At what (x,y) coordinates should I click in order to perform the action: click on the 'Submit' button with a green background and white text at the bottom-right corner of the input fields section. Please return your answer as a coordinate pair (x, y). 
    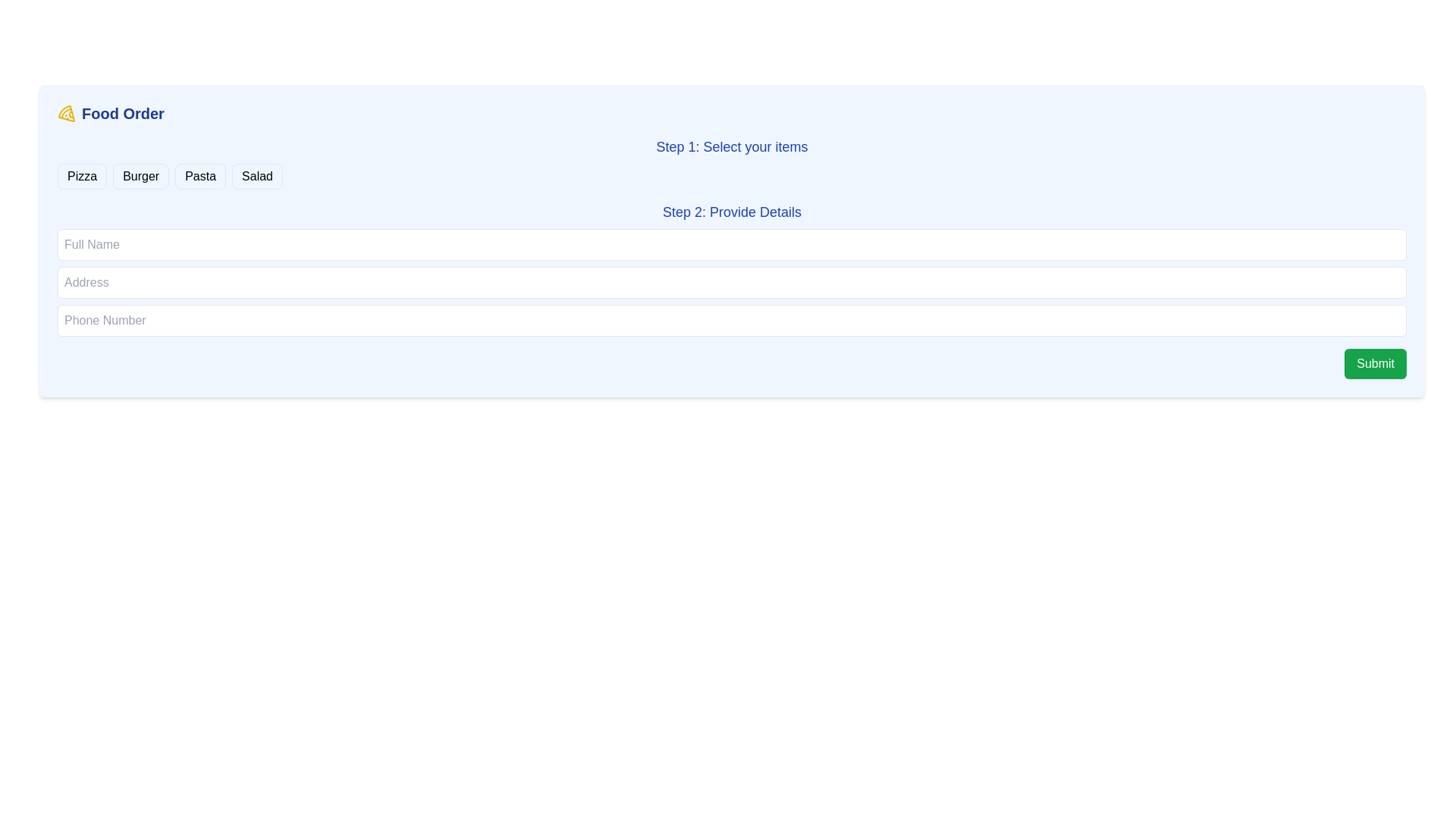
    Looking at the image, I should click on (1376, 363).